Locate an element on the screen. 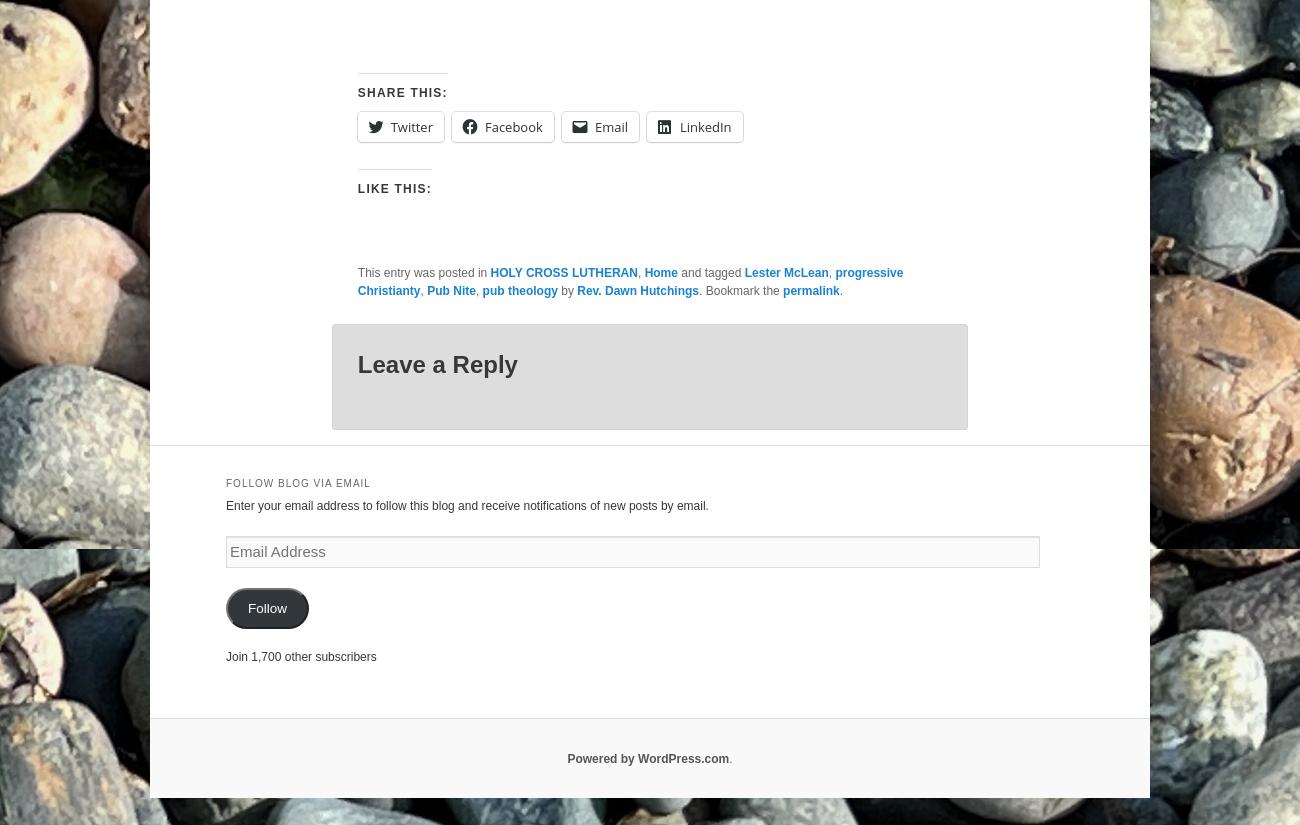 Image resolution: width=1300 pixels, height=825 pixels. 'permalink' is located at coordinates (809, 289).